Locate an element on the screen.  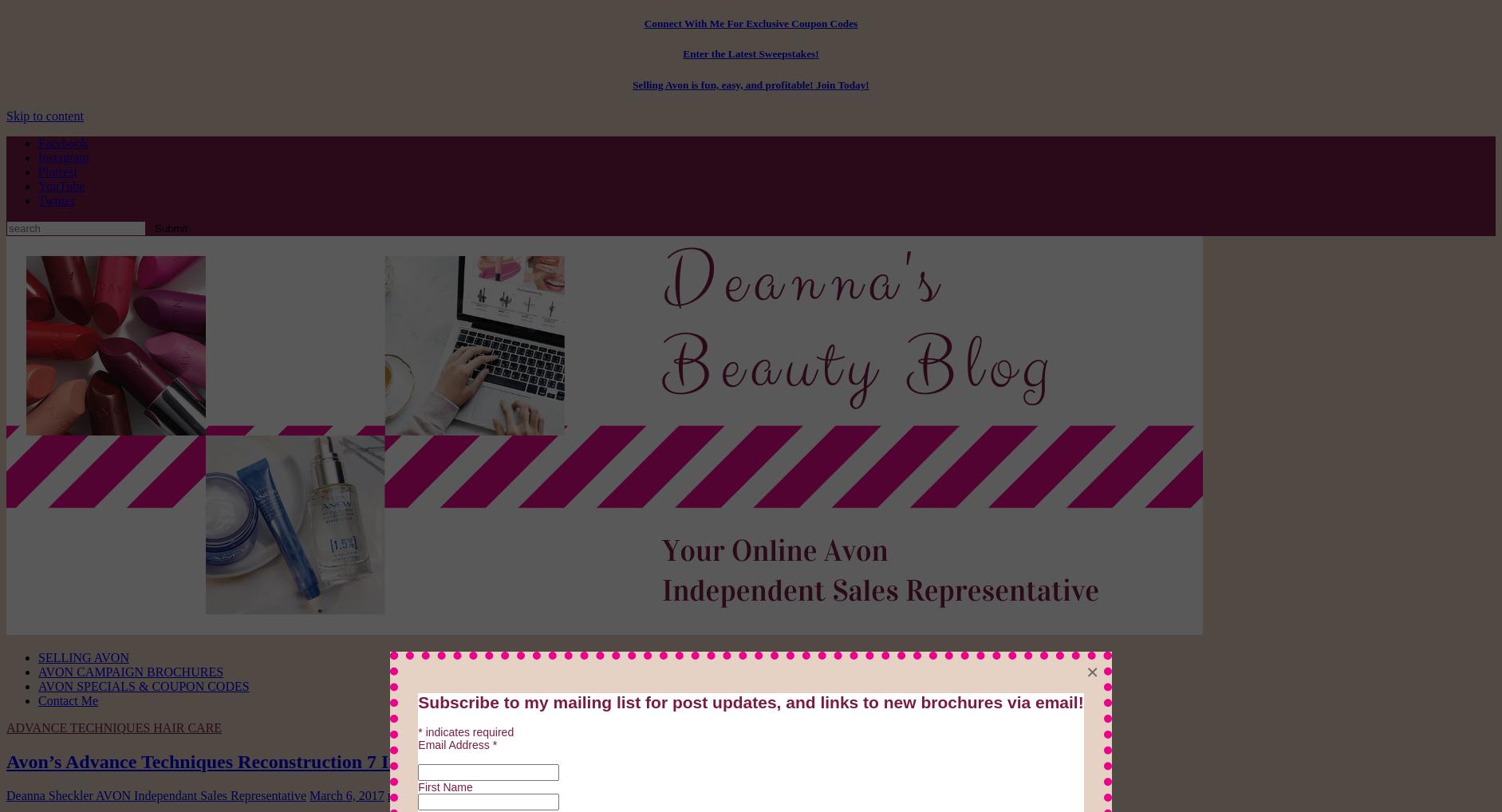
'Deanna Sheckler AVON Independant Sales Representative' is located at coordinates (156, 794).